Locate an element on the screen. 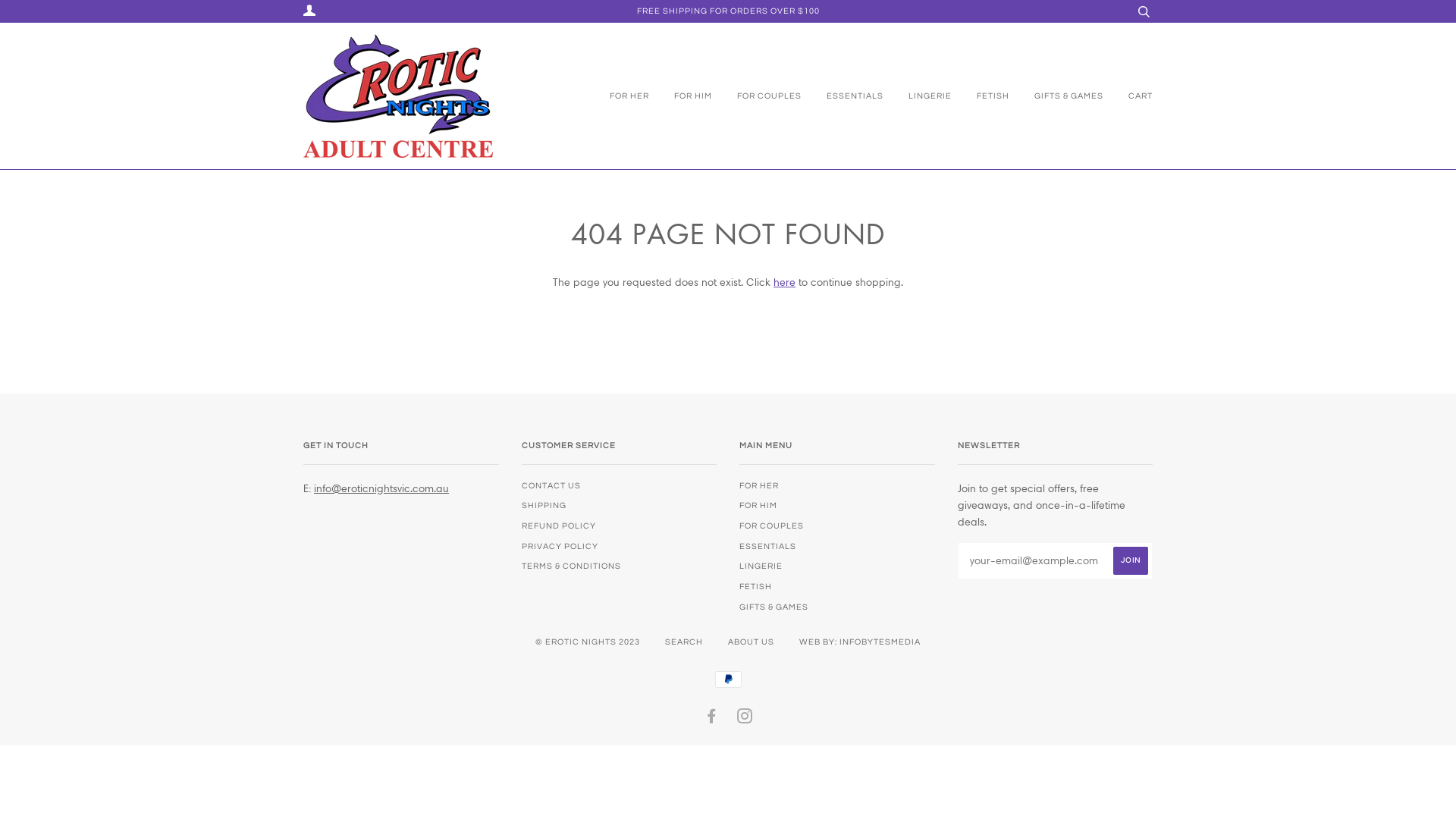 The width and height of the screenshot is (1456, 819). 'FOR HER' is located at coordinates (759, 485).